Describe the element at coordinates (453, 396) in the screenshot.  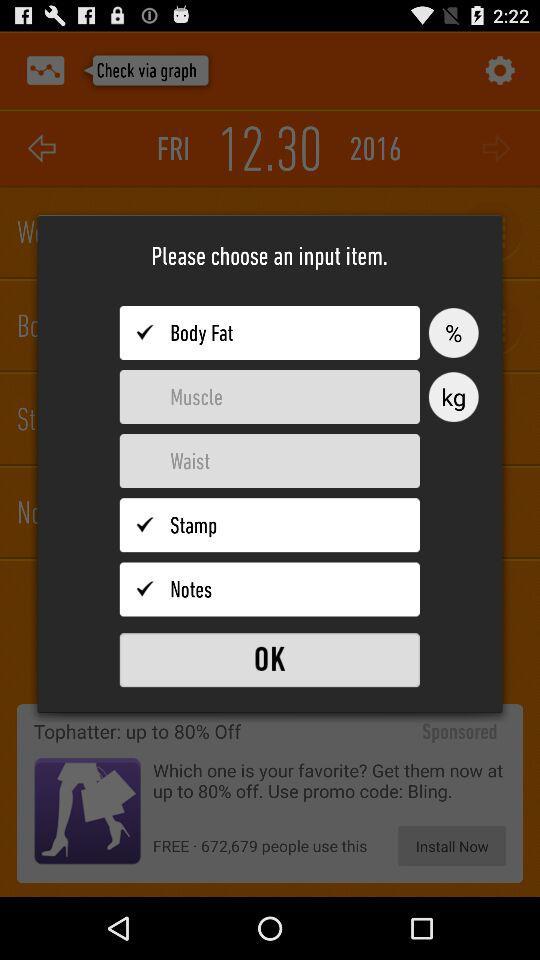
I see `the kg` at that location.